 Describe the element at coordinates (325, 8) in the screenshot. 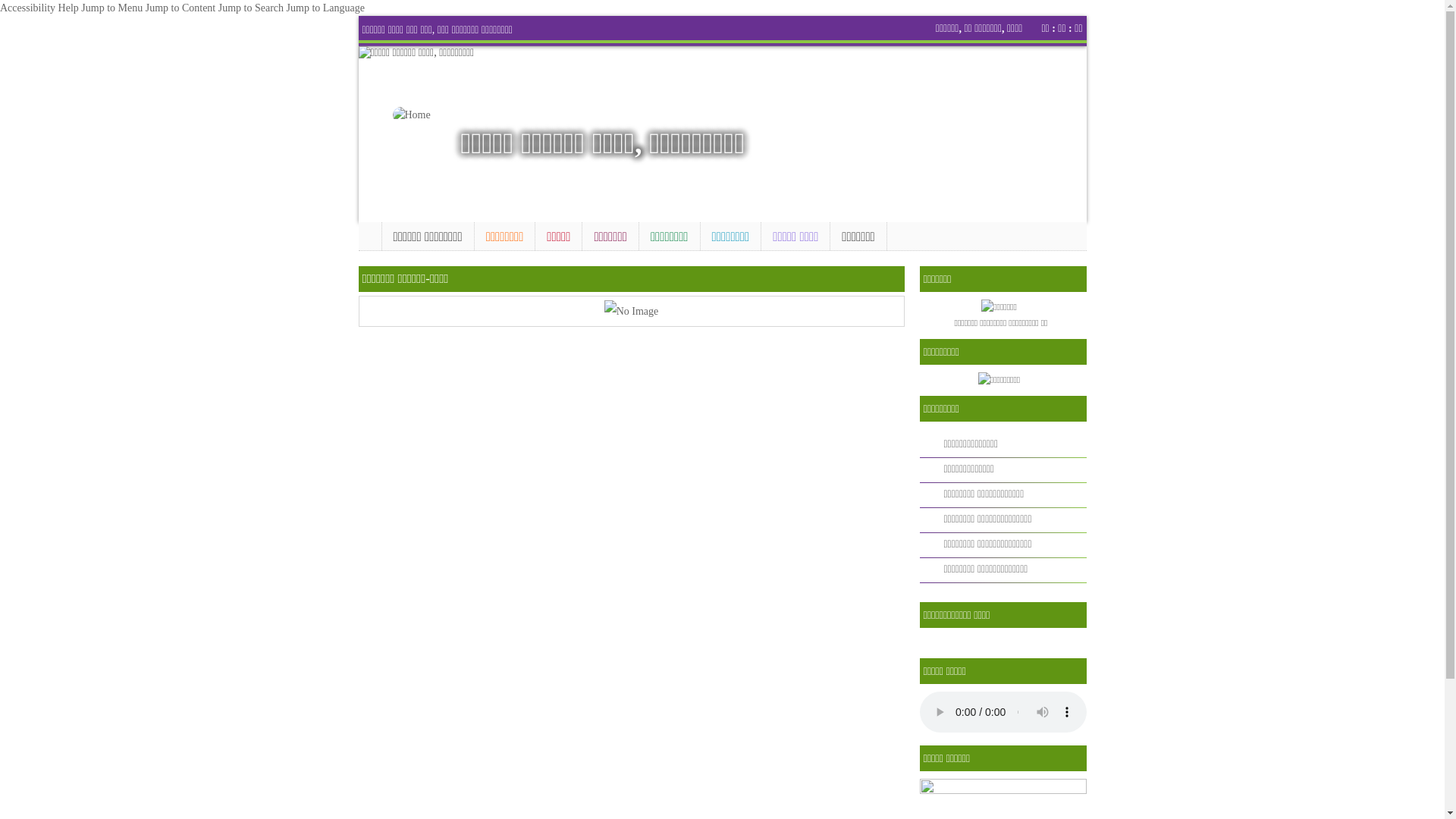

I see `'Jump to Language'` at that location.